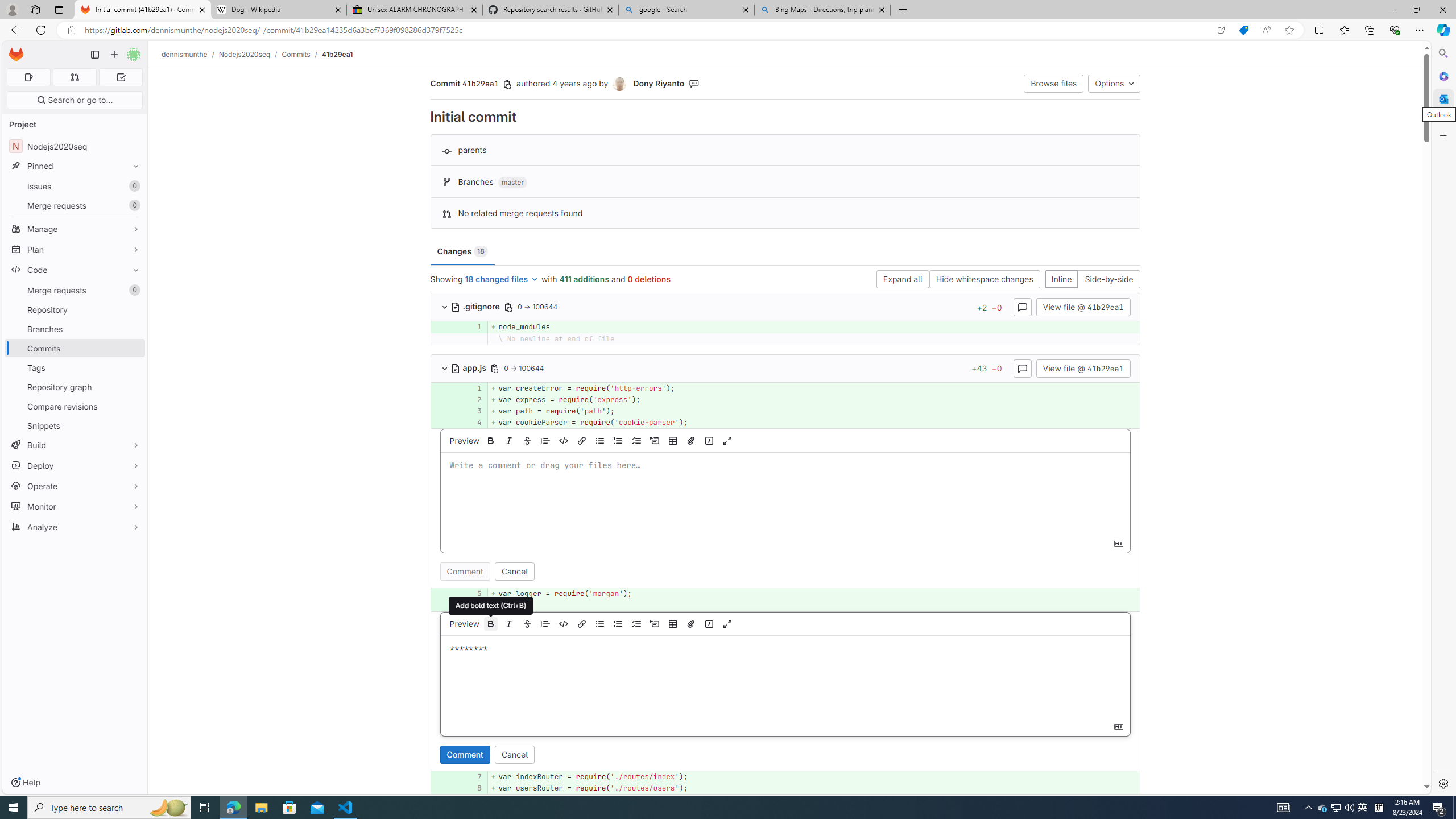 Image resolution: width=1456 pixels, height=819 pixels. I want to click on 'Pin Snippets', so click(133, 425).